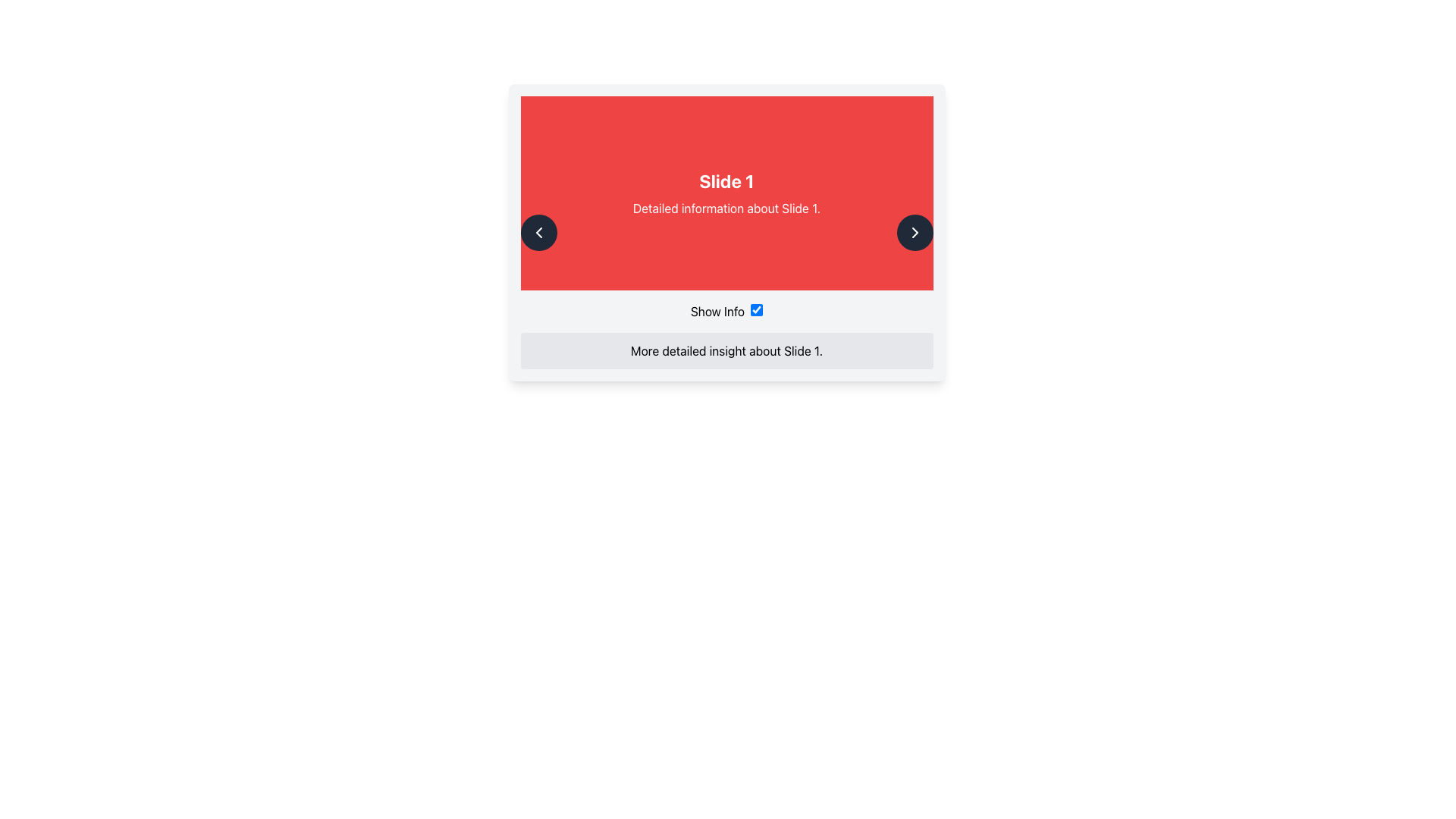 The image size is (1456, 819). What do you see at coordinates (538, 233) in the screenshot?
I see `the left-facing chevron icon, which is white and outlined, located inside a circular button on the left side of the red banner labeled 'Slide 1'` at bounding box center [538, 233].